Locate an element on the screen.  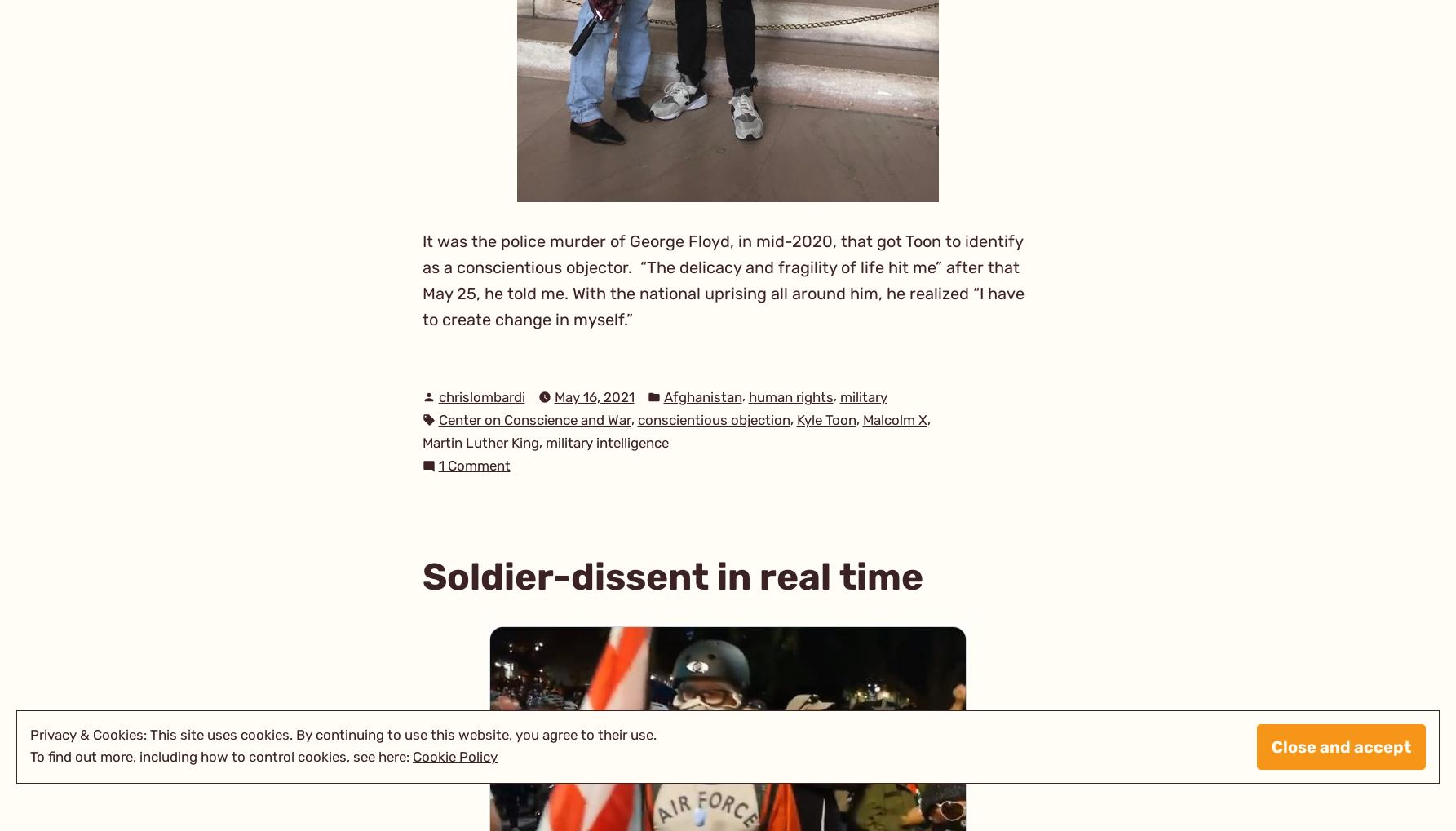
'To find out more, including how to control cookies, see here:' is located at coordinates (29, 756).